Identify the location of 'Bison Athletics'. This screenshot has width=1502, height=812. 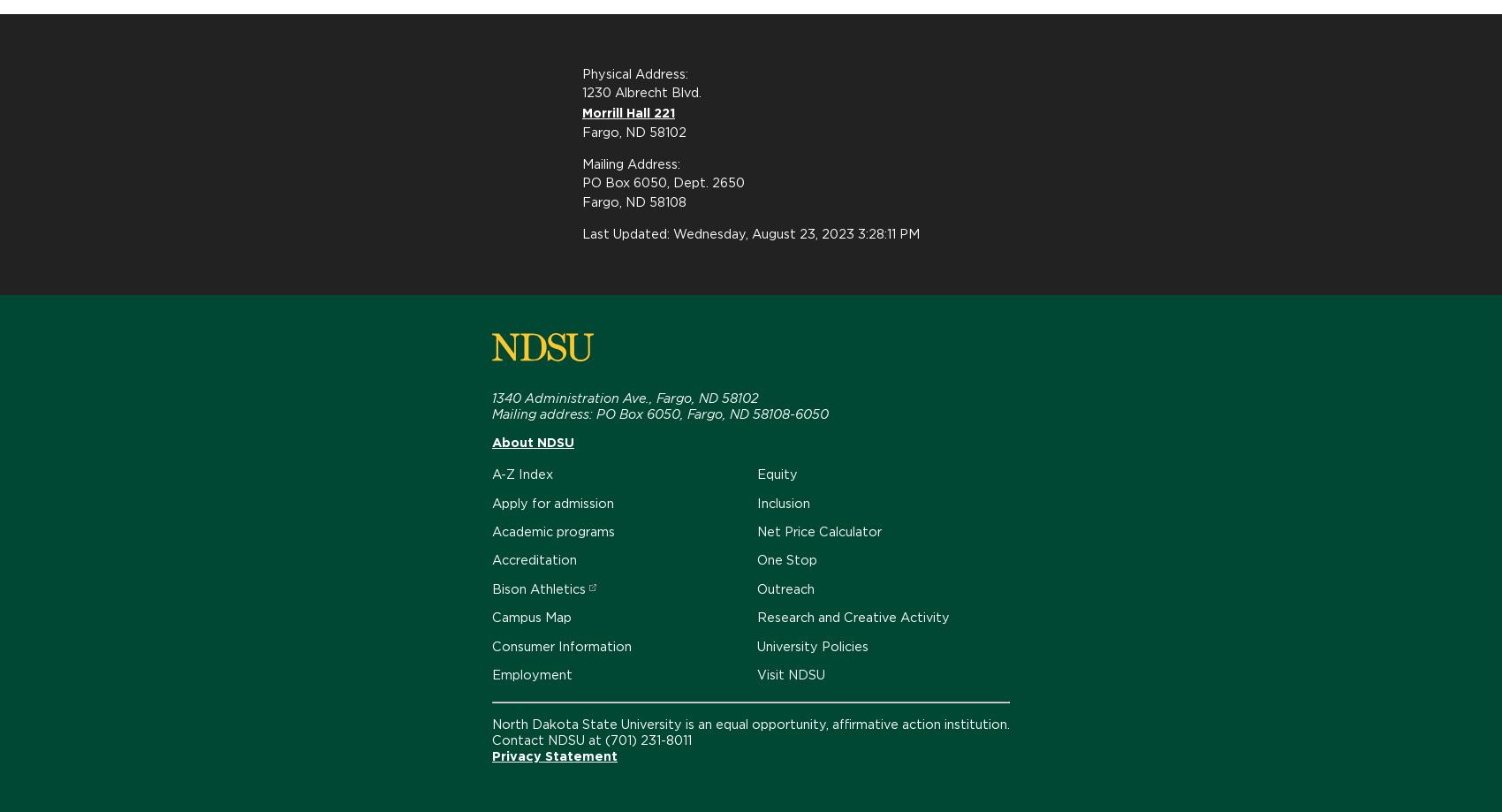
(537, 587).